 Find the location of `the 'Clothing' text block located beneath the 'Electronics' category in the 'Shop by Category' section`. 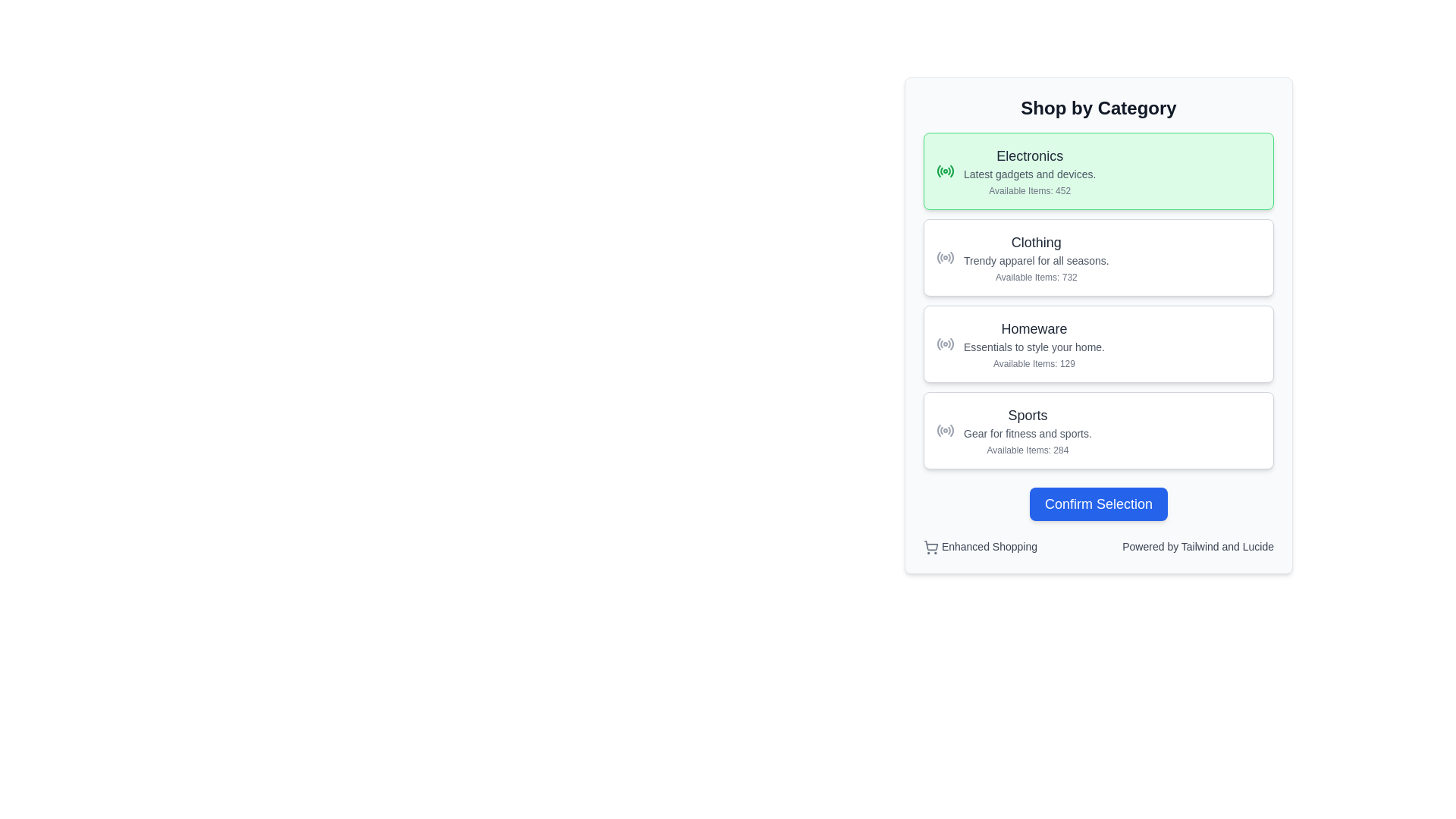

the 'Clothing' text block located beneath the 'Electronics' category in the 'Shop by Category' section is located at coordinates (1035, 256).